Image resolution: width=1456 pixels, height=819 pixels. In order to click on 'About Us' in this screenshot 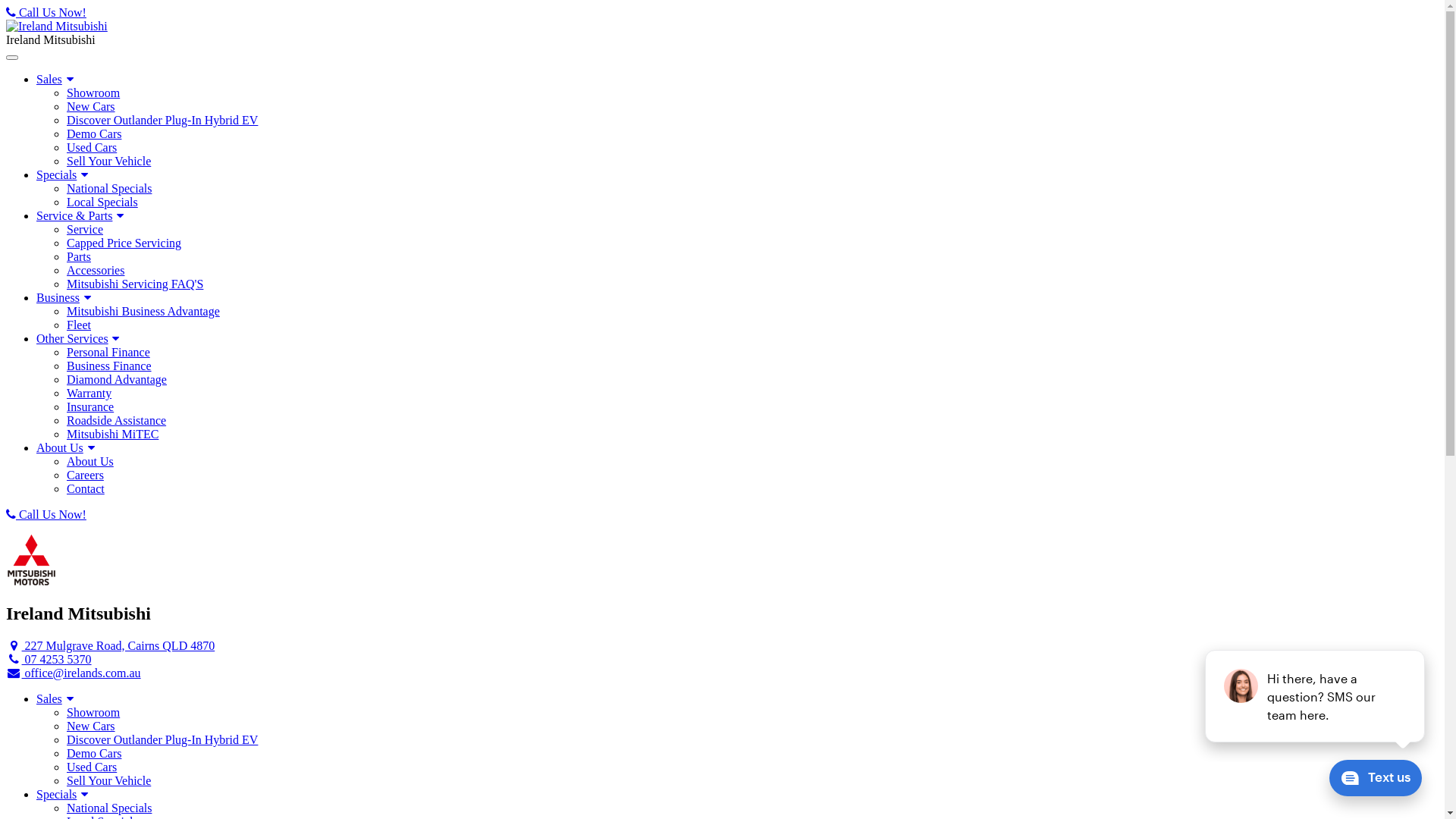, I will do `click(67, 447)`.